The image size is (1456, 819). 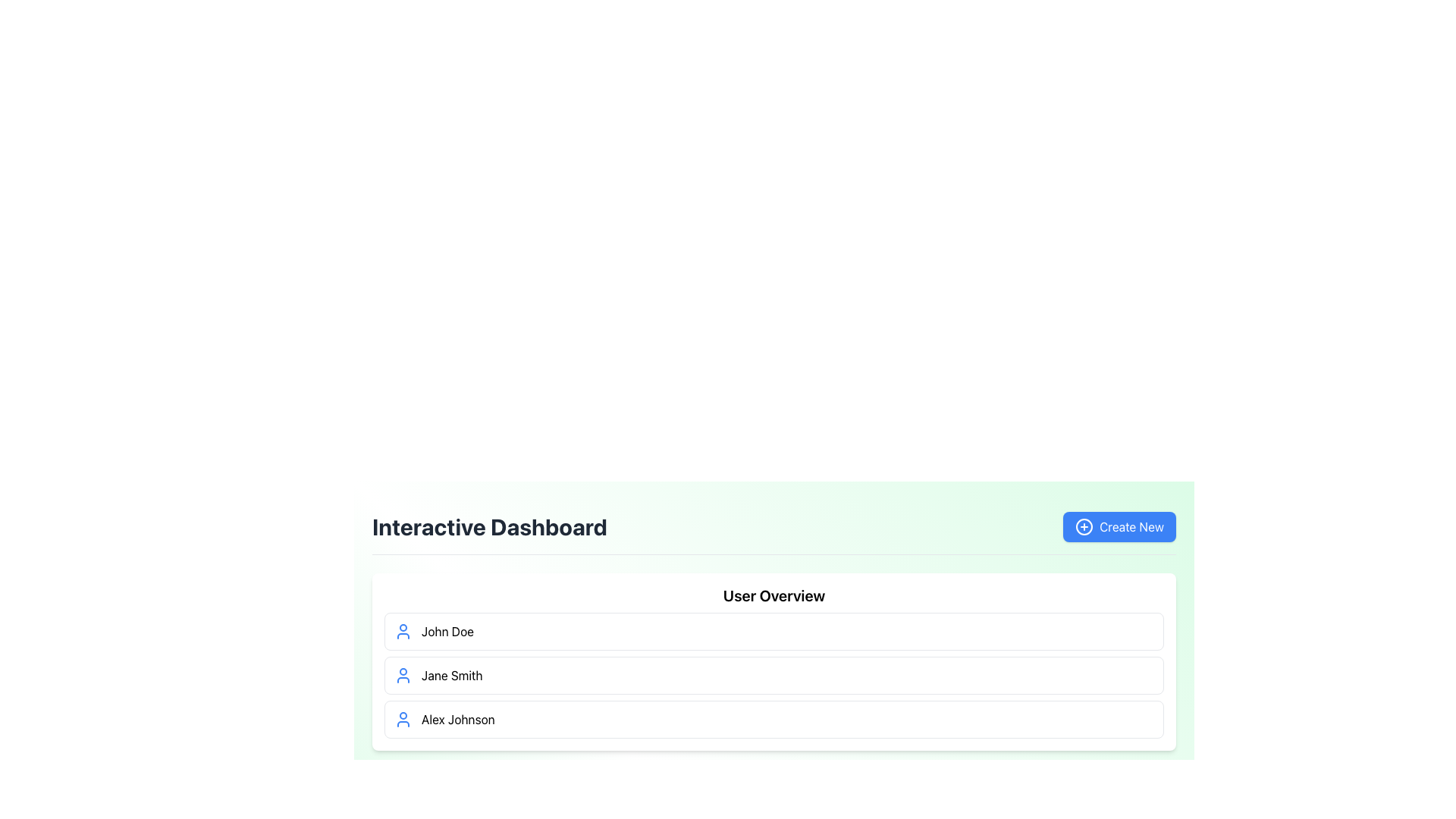 What do you see at coordinates (1119, 526) in the screenshot?
I see `the 'Create New' button located in the top-right corner of the 'Interactive Dashboard' section` at bounding box center [1119, 526].